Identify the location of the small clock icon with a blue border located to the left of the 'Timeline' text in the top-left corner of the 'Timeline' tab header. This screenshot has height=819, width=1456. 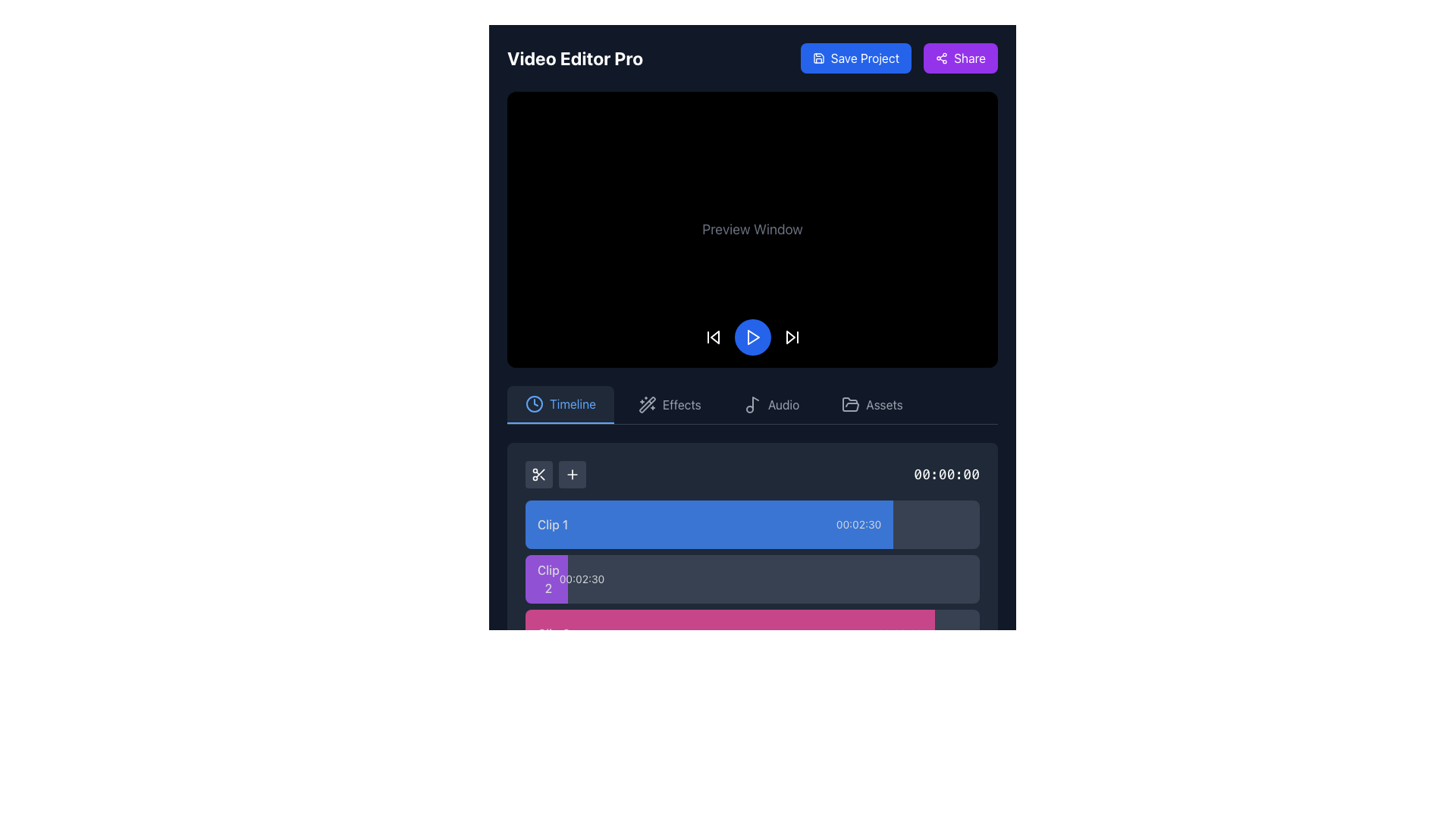
(535, 403).